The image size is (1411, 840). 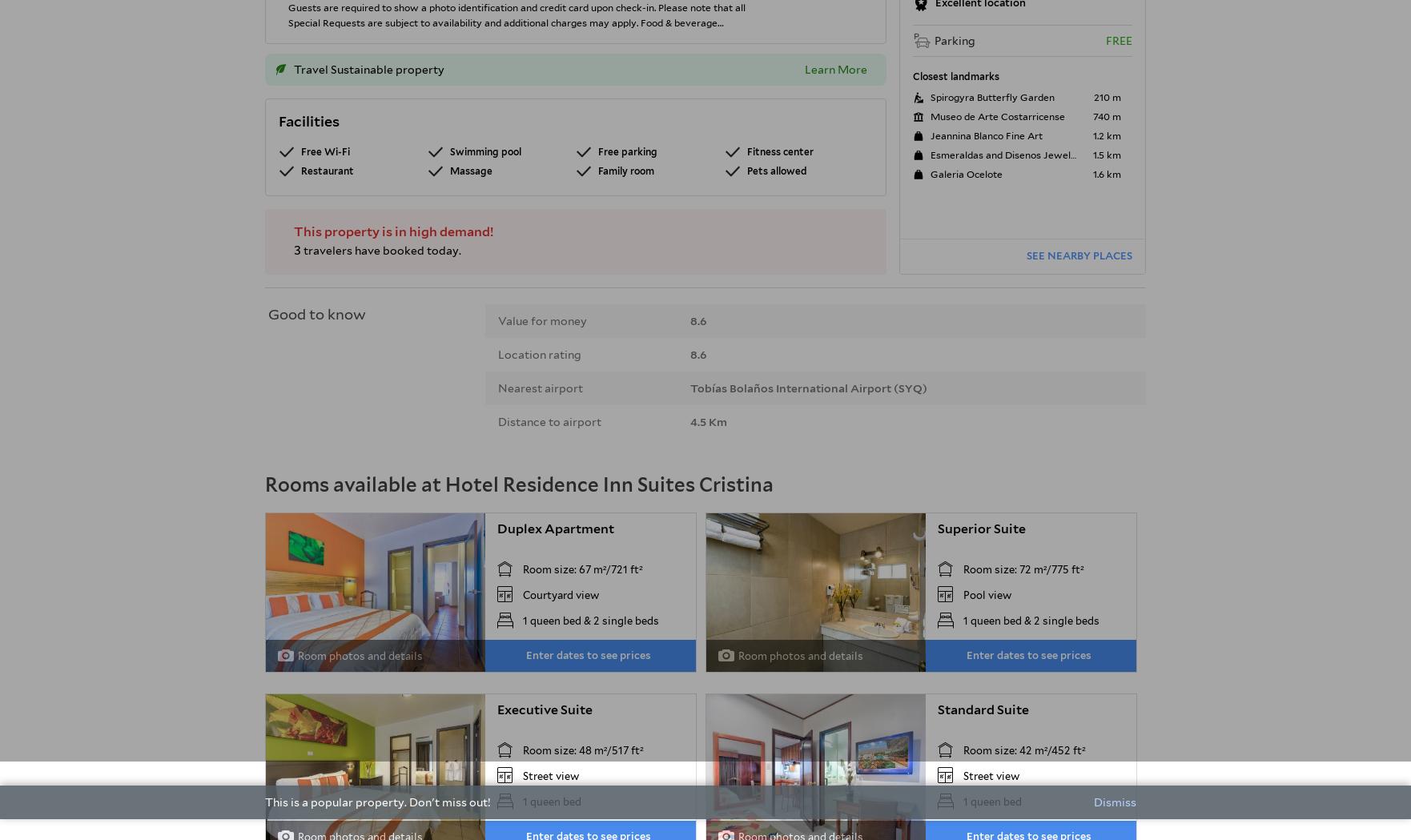 What do you see at coordinates (549, 420) in the screenshot?
I see `'Distance to airport'` at bounding box center [549, 420].